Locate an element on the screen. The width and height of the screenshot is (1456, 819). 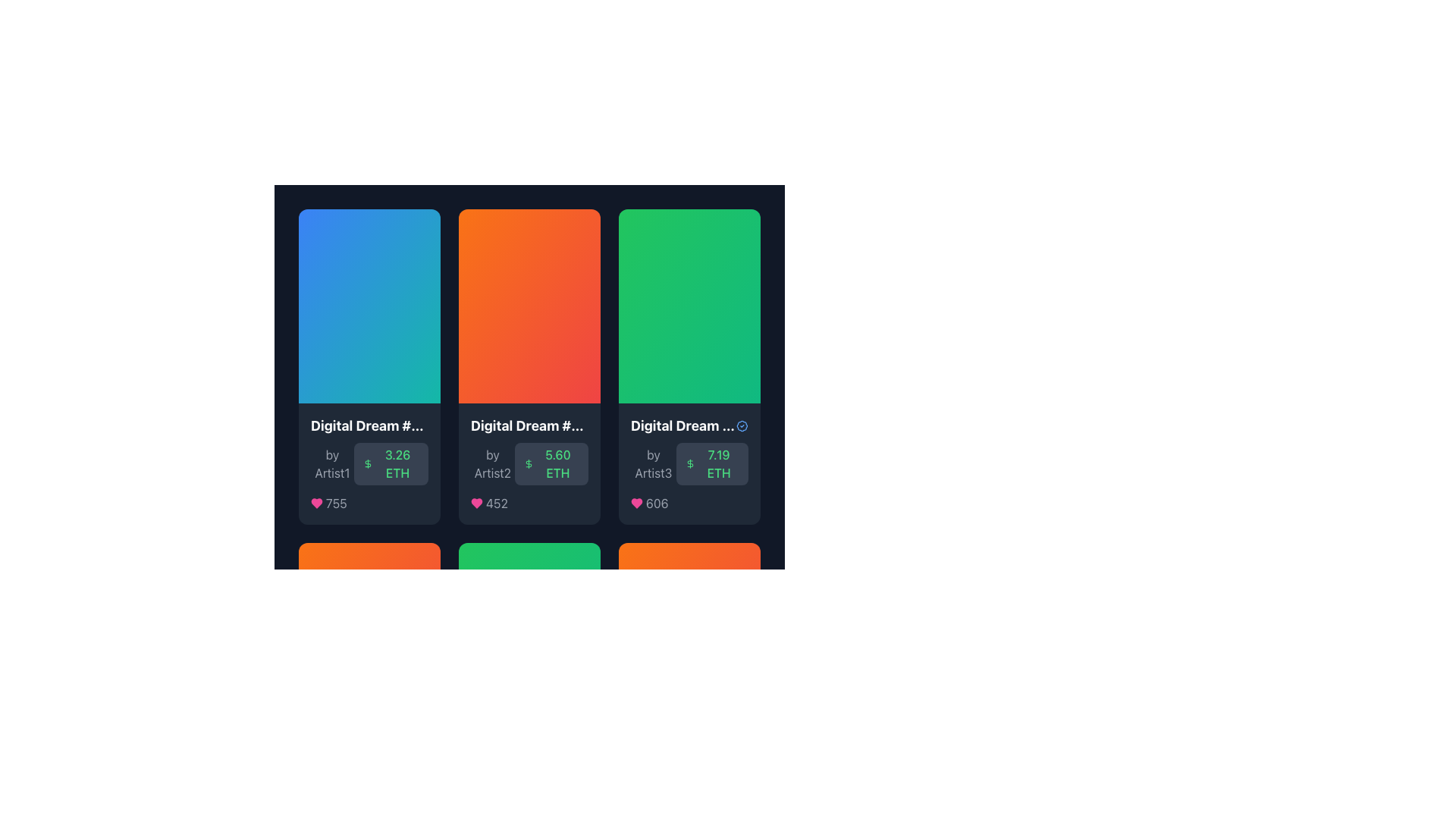
the informational card titled 'Digital Dream #8983' that contains details about a digital asset, including the price in ETH and interaction elements like a heart icon is located at coordinates (369, 463).